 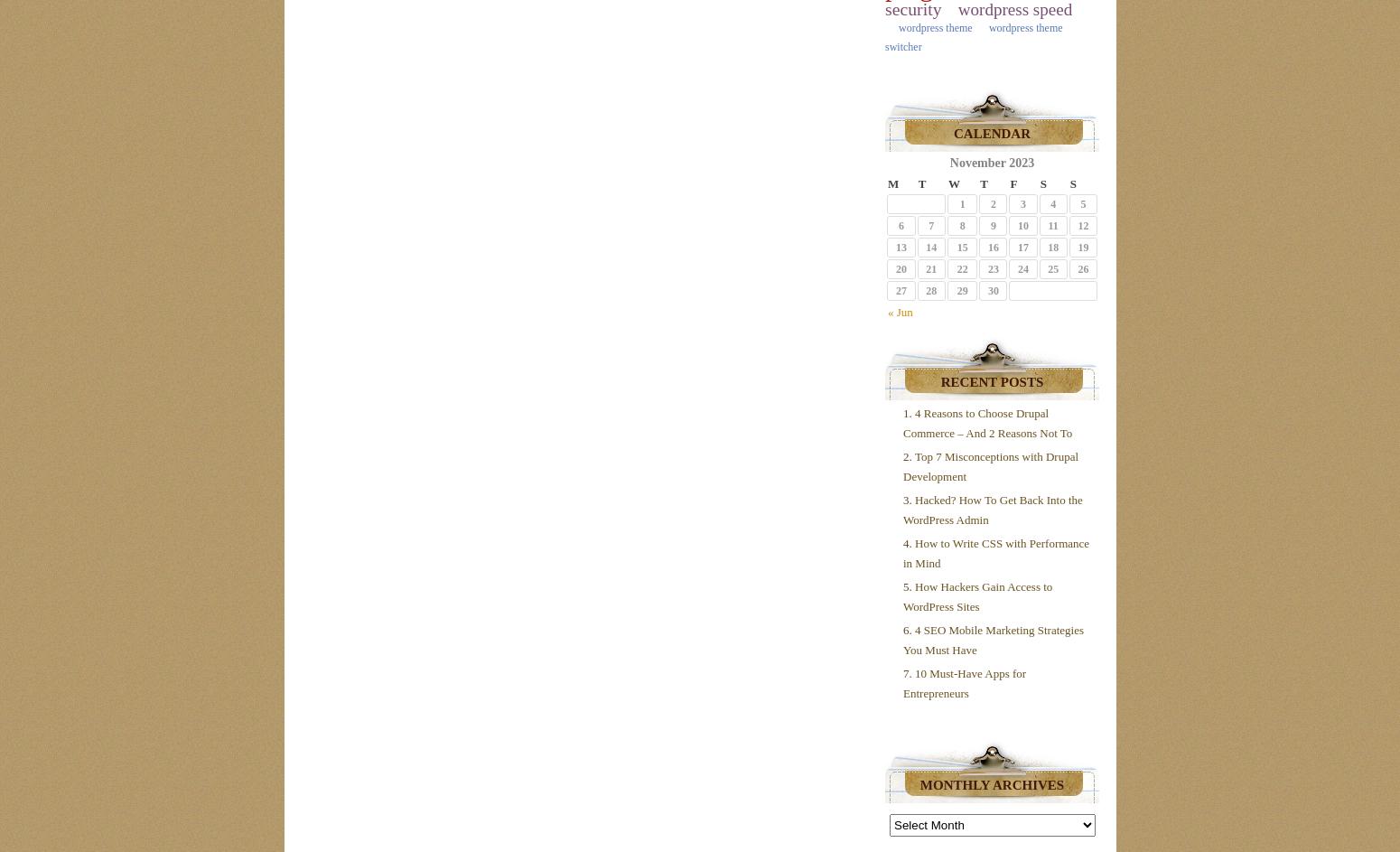 I want to click on '12', so click(x=1082, y=225).